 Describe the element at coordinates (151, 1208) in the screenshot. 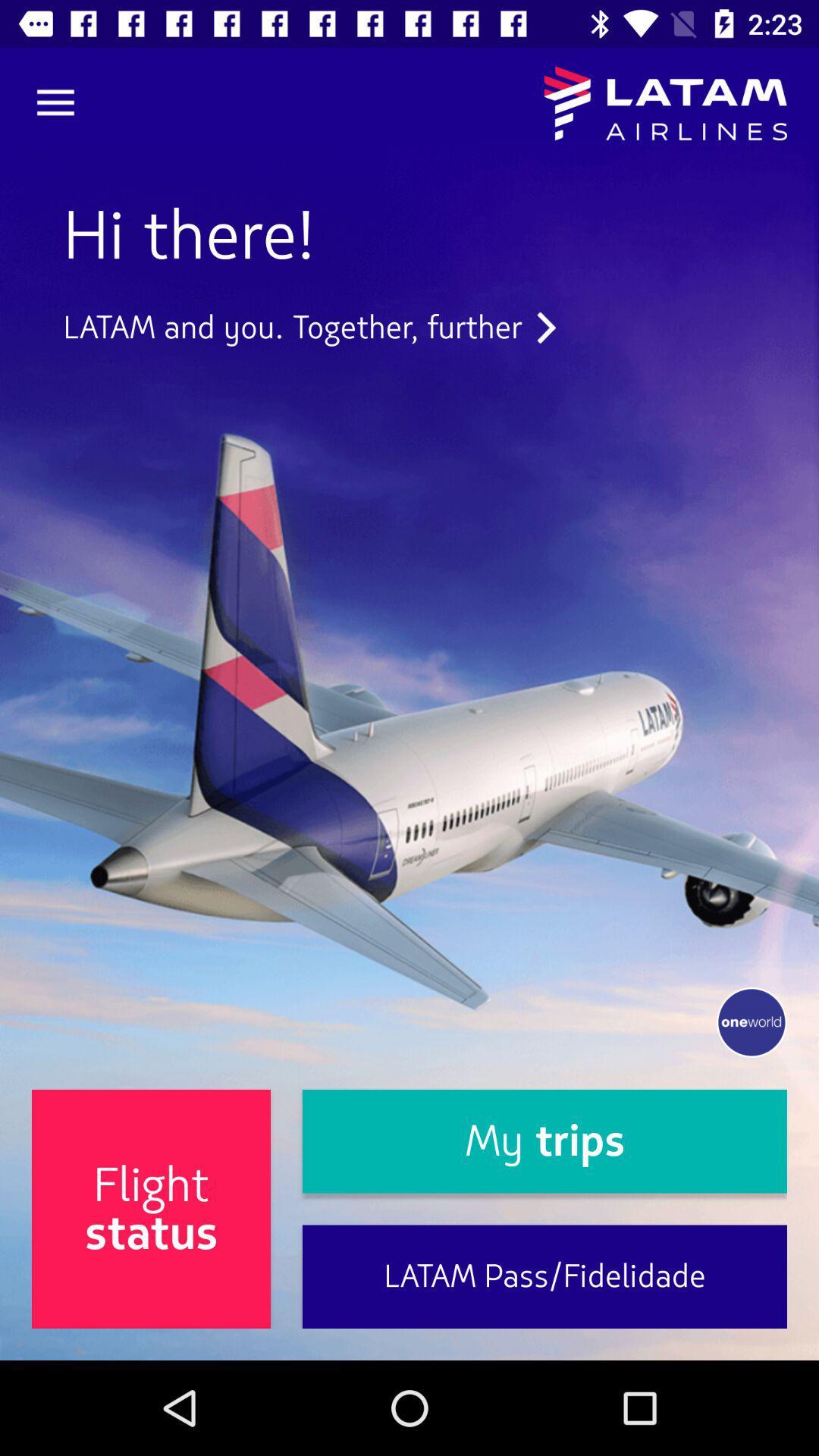

I see `the icon at the bottom left corner` at that location.